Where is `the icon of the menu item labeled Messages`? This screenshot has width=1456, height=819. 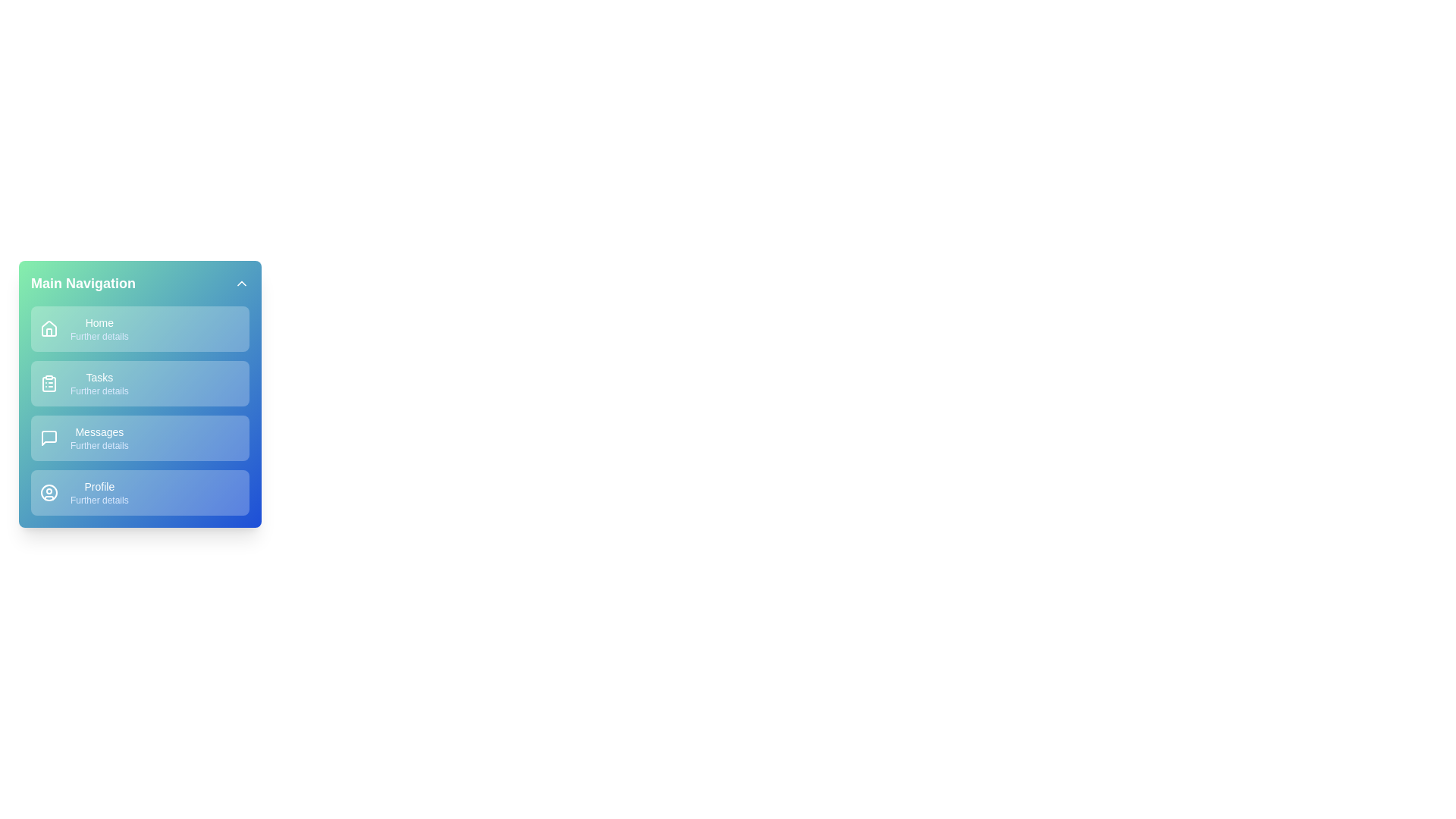
the icon of the menu item labeled Messages is located at coordinates (49, 438).